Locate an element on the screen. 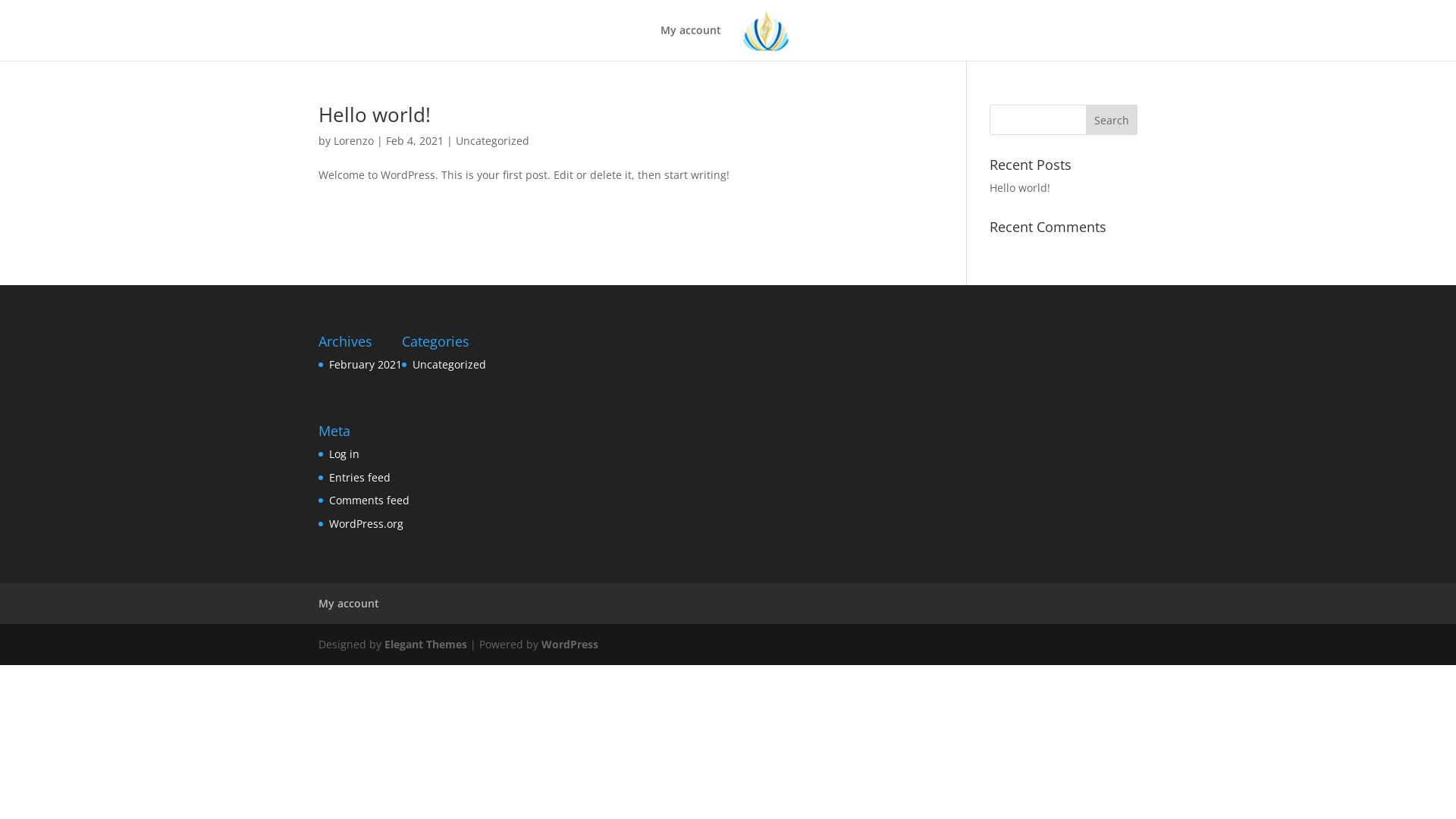 The width and height of the screenshot is (1456, 819). 'Uncategorized' is located at coordinates (492, 140).